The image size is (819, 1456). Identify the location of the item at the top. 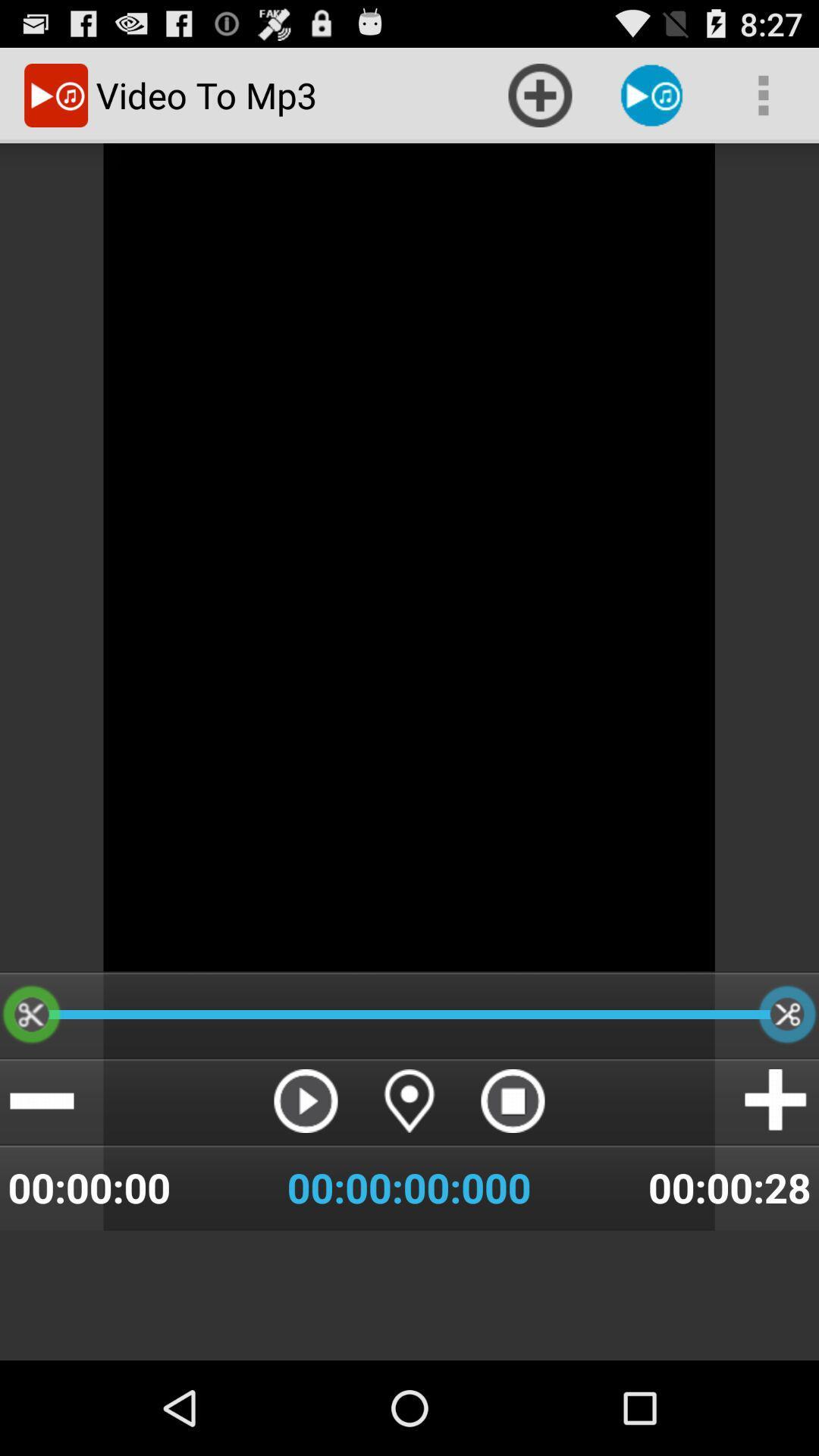
(539, 94).